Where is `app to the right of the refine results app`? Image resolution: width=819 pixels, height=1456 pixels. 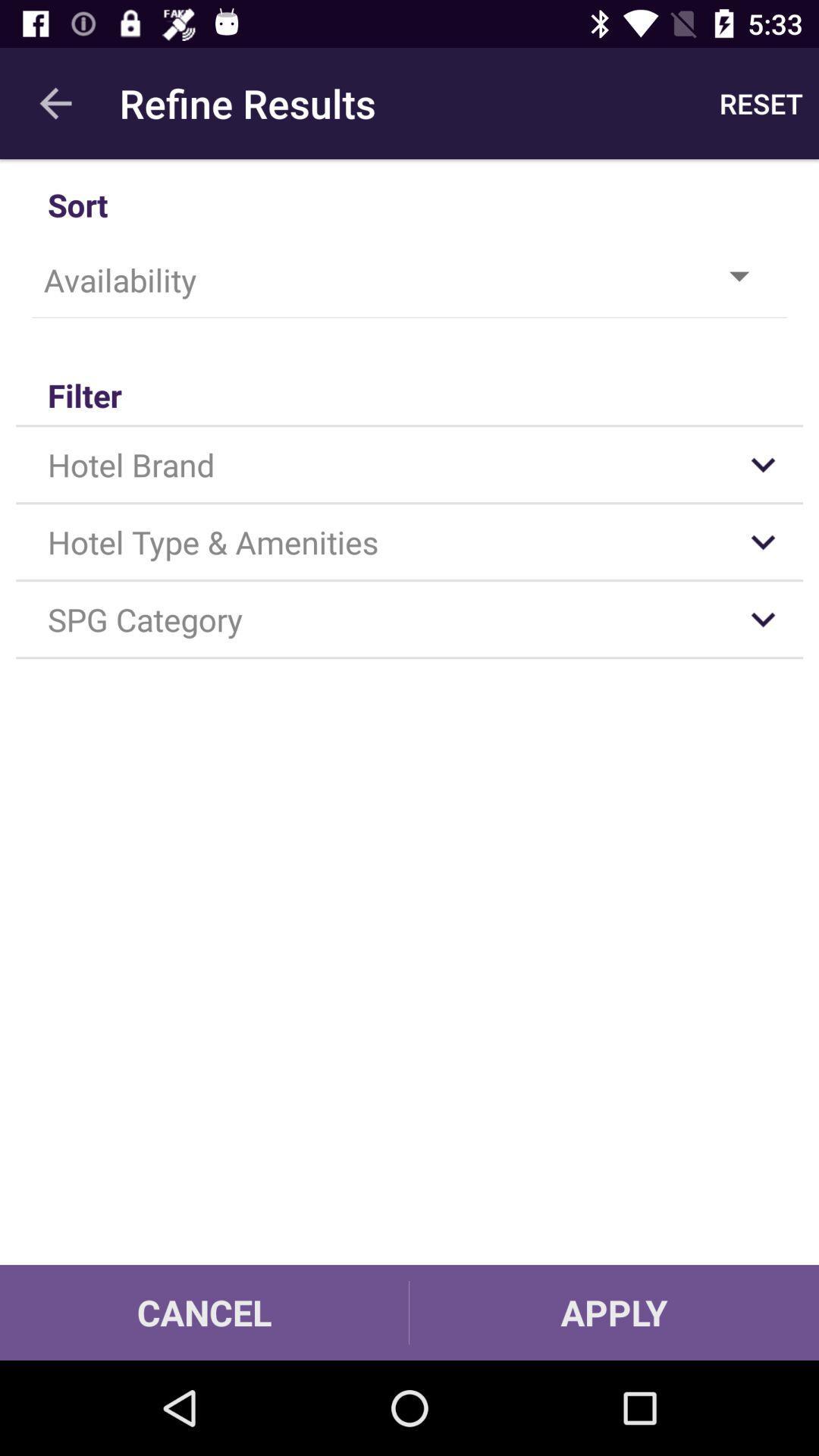
app to the right of the refine results app is located at coordinates (761, 102).